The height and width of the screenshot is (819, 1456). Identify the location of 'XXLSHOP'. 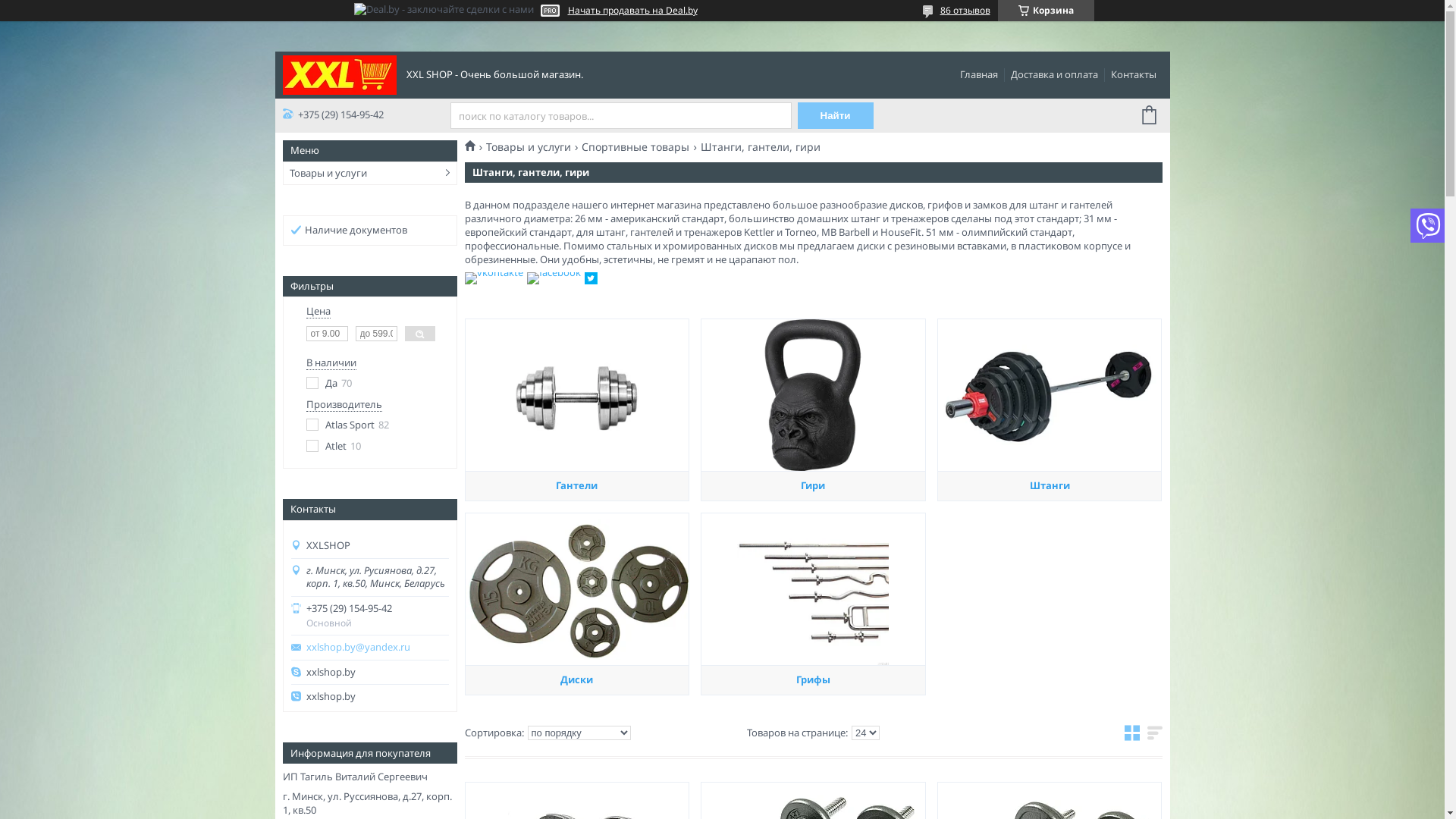
(337, 73).